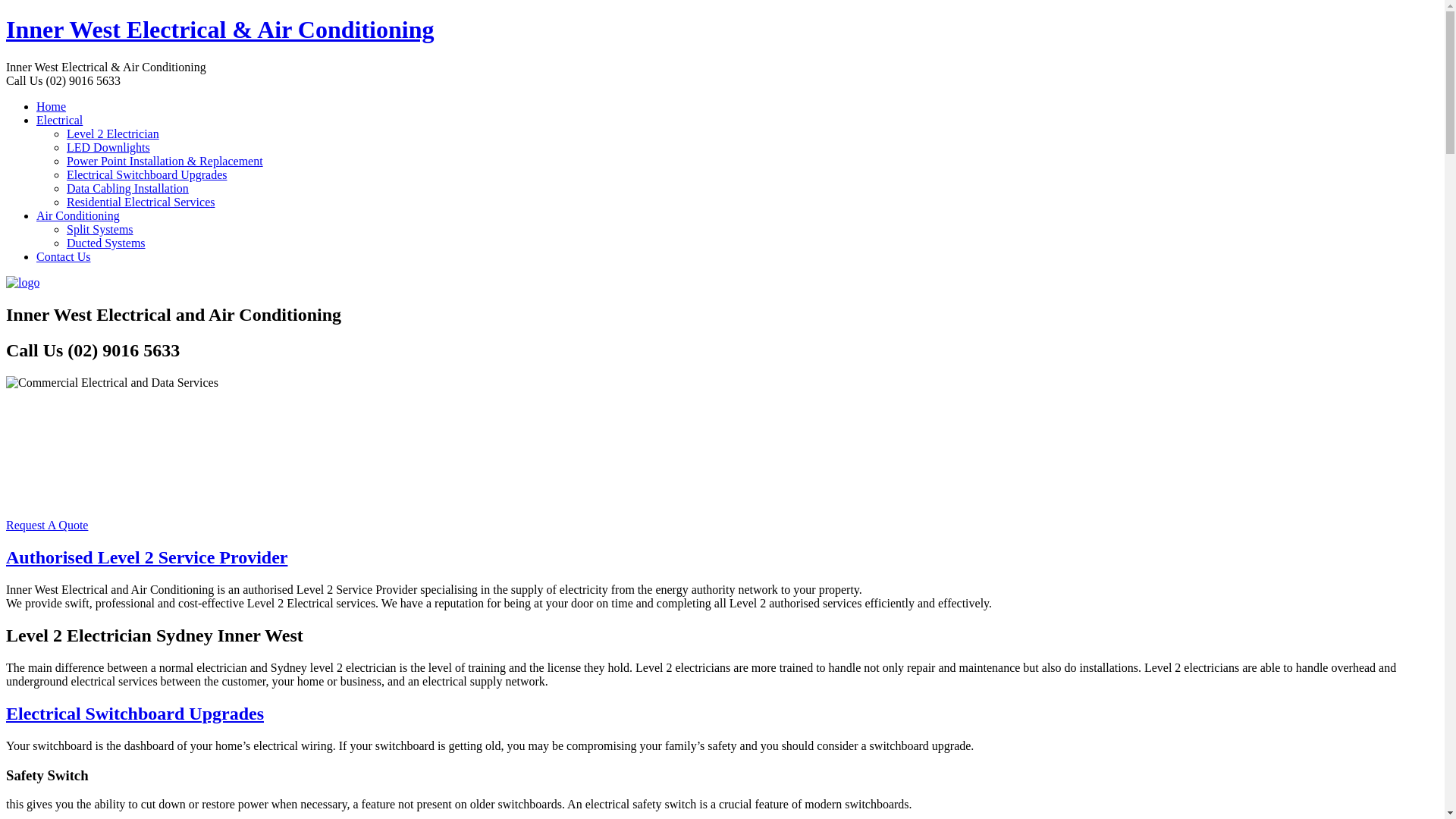 The height and width of the screenshot is (819, 1456). What do you see at coordinates (62, 256) in the screenshot?
I see `'Contact Us'` at bounding box center [62, 256].